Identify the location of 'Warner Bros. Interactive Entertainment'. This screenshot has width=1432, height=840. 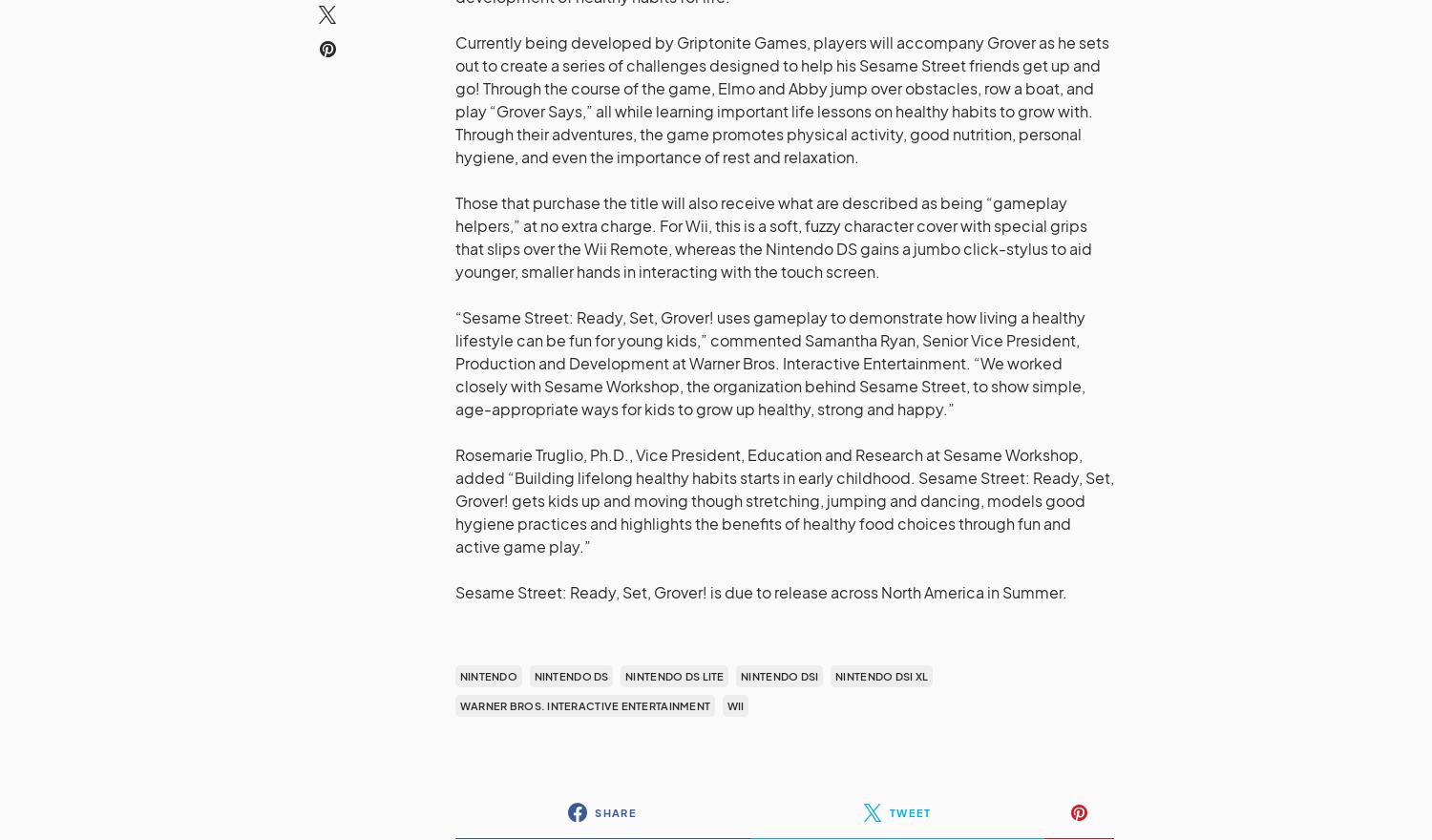
(583, 704).